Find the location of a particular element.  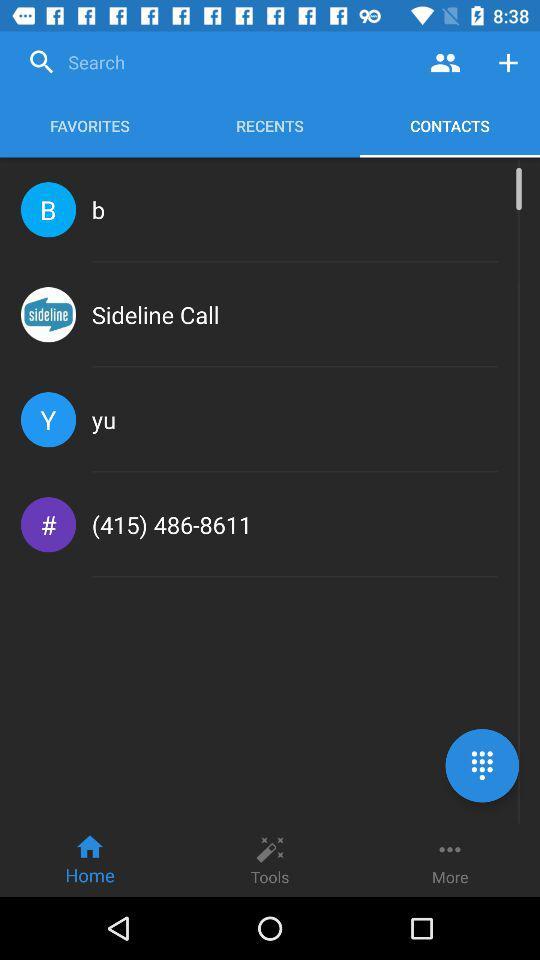

the dialpad icon is located at coordinates (481, 764).